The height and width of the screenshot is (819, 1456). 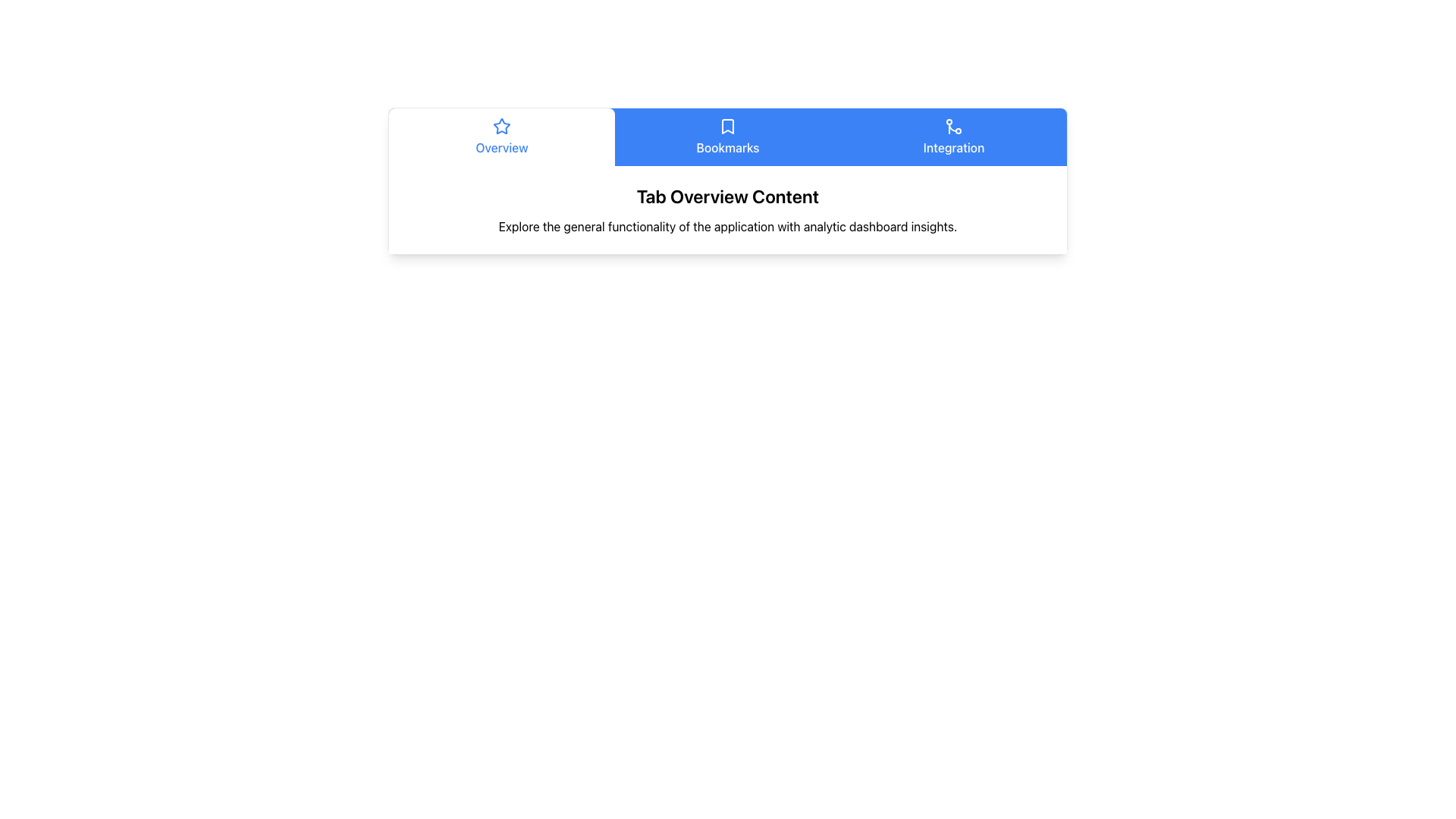 I want to click on descriptive text element providing information about the functionality of the application, located below the 'Tab Overview Content' header, so click(x=728, y=227).